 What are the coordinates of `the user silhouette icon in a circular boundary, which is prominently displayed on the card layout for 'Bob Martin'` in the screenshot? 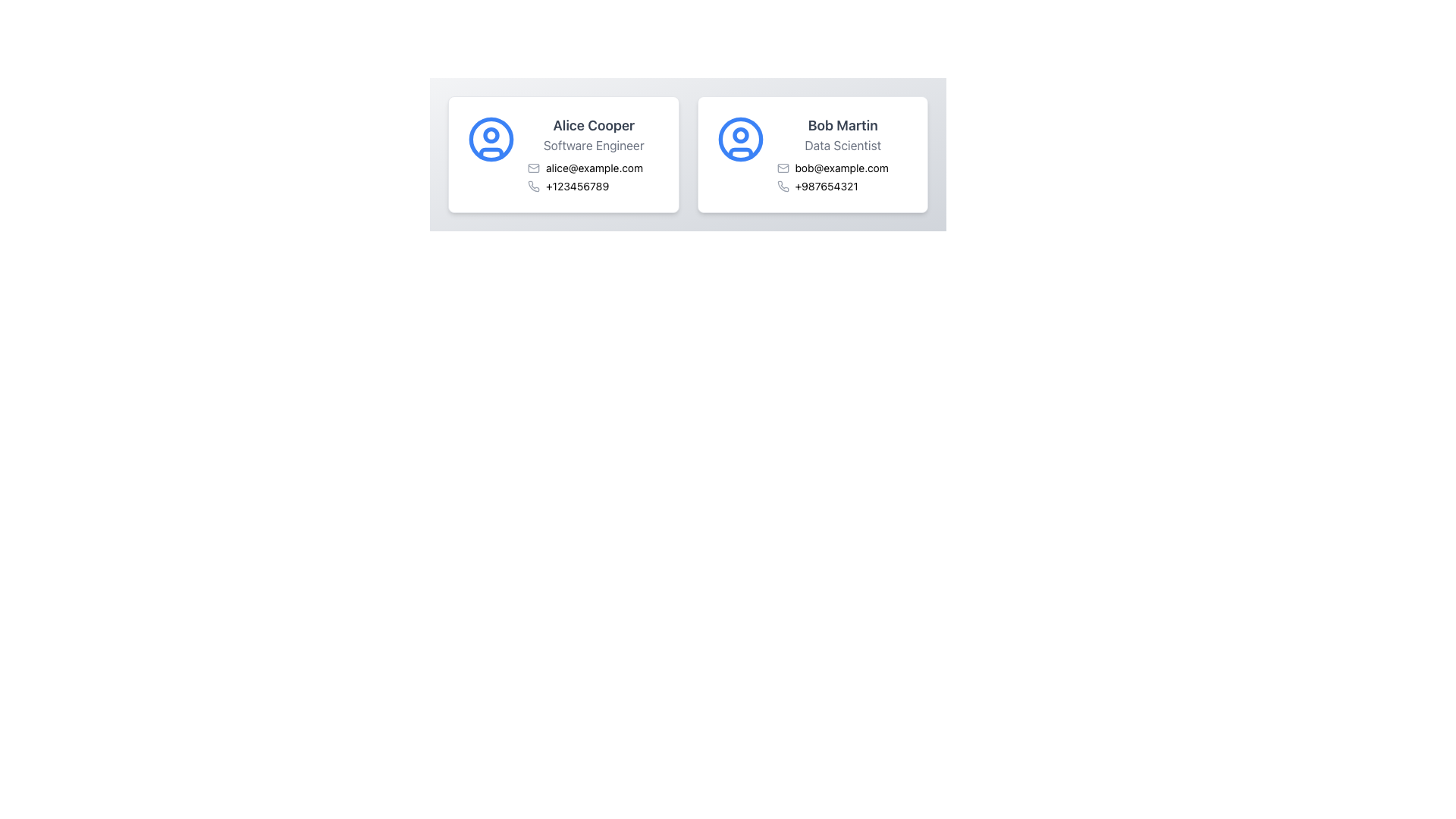 It's located at (740, 140).